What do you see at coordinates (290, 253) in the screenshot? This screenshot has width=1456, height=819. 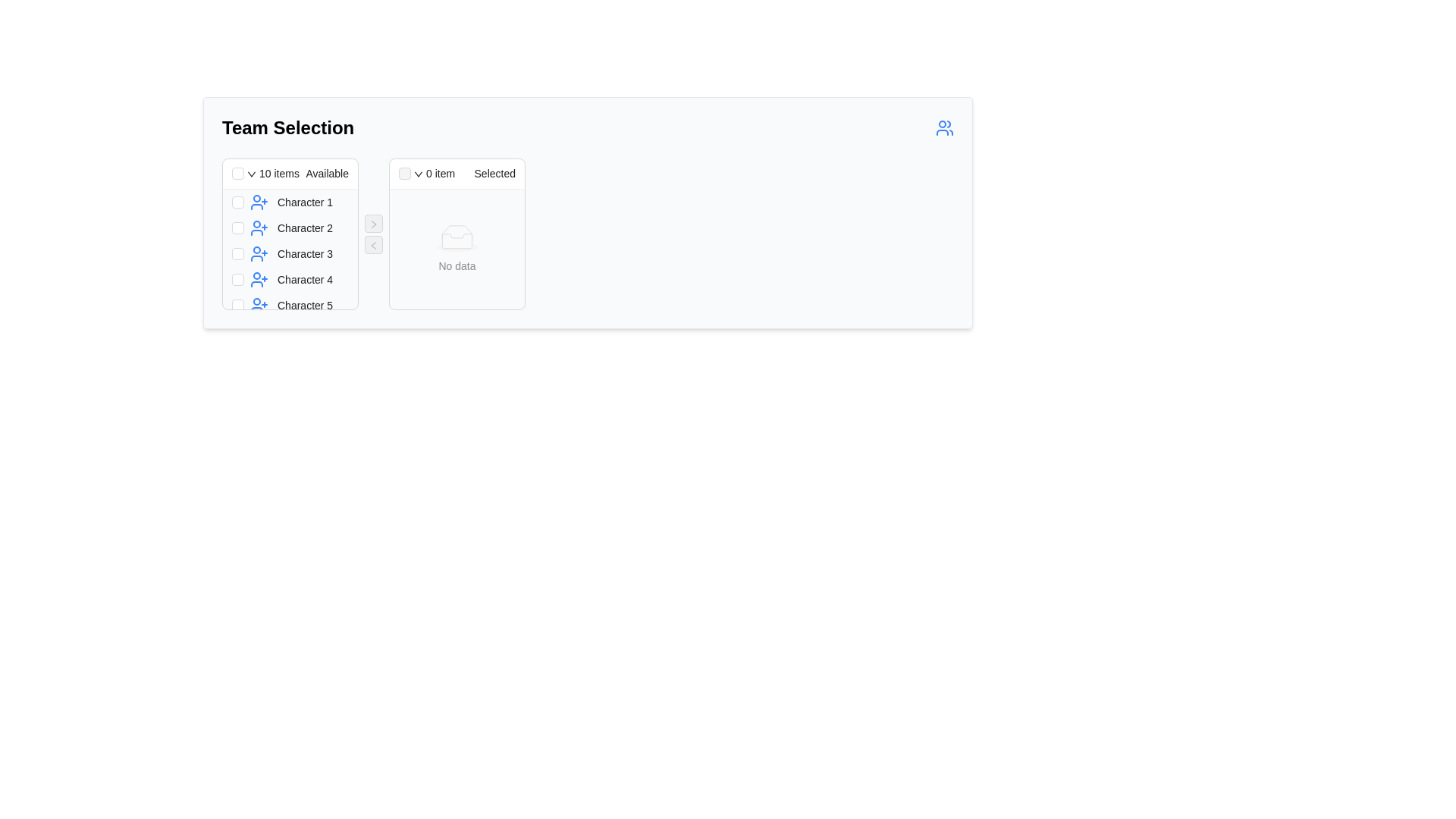 I see `the third selectable list item for 'Character 3' under the 'Available' category` at bounding box center [290, 253].